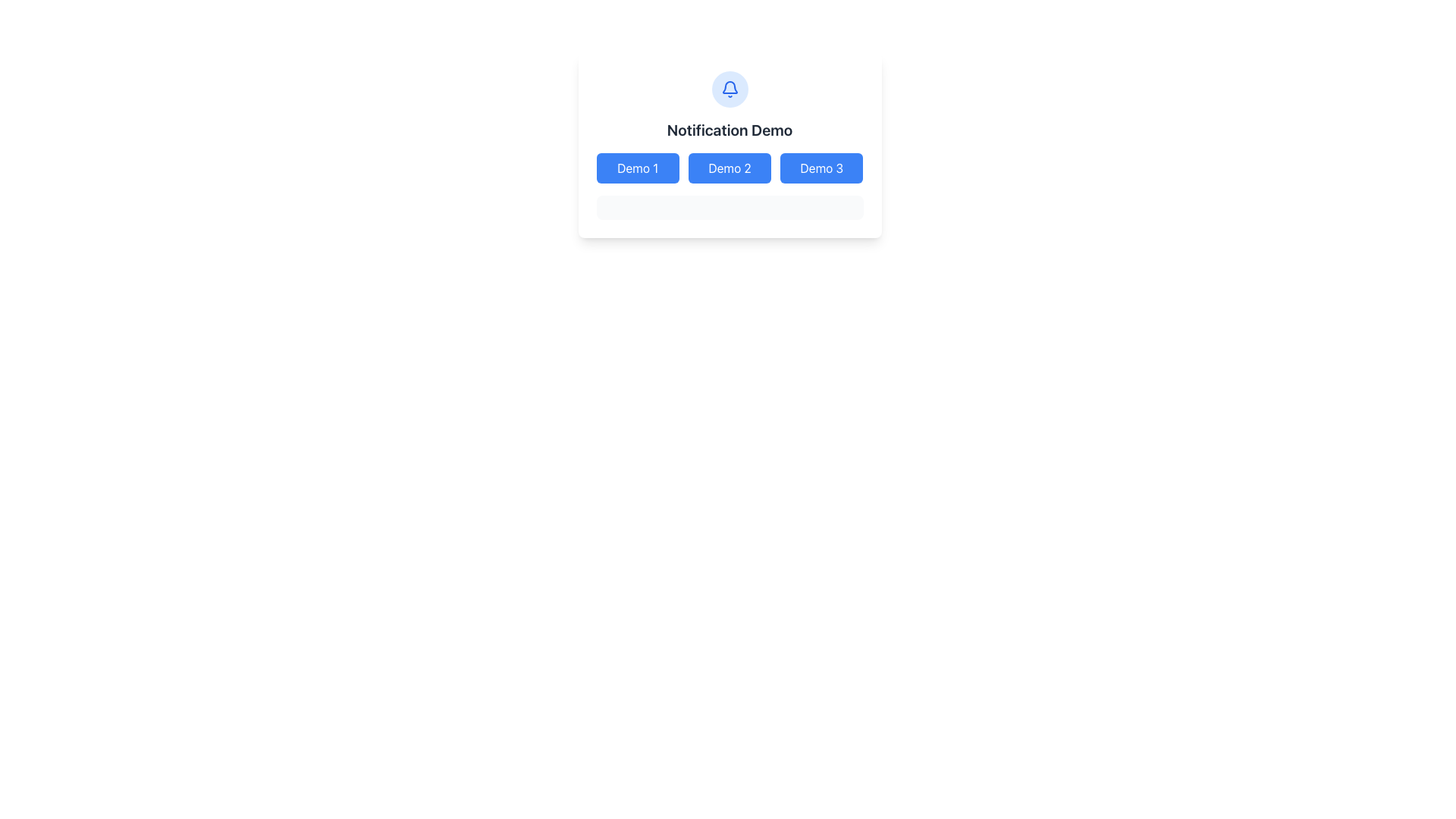 The width and height of the screenshot is (1456, 819). Describe the element at coordinates (730, 89) in the screenshot. I see `the notification bell icon, which is centrally positioned above the 'Notification Demo' text` at that location.